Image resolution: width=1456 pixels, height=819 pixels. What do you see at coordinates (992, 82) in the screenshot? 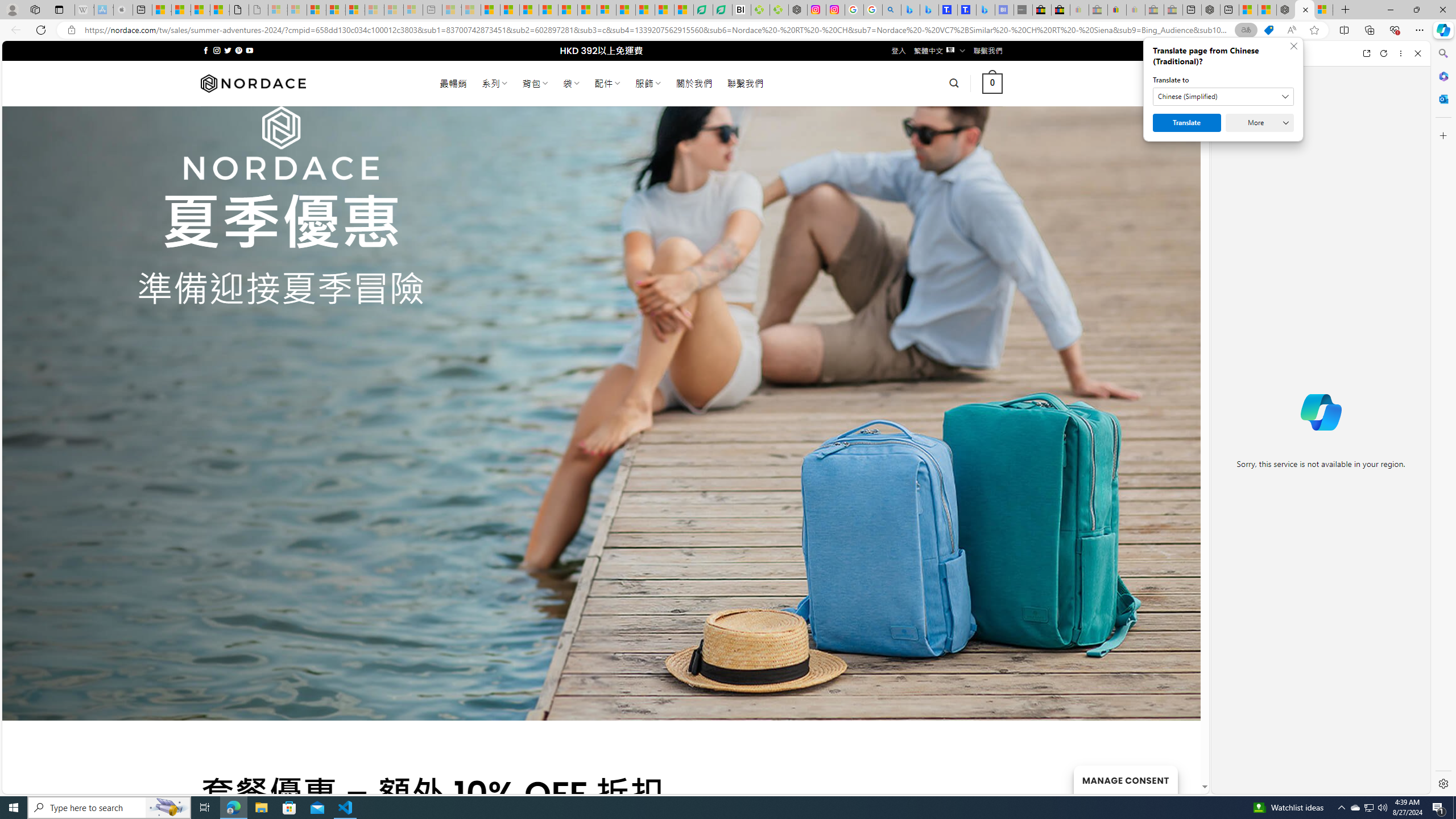
I see `'  0  '` at bounding box center [992, 82].